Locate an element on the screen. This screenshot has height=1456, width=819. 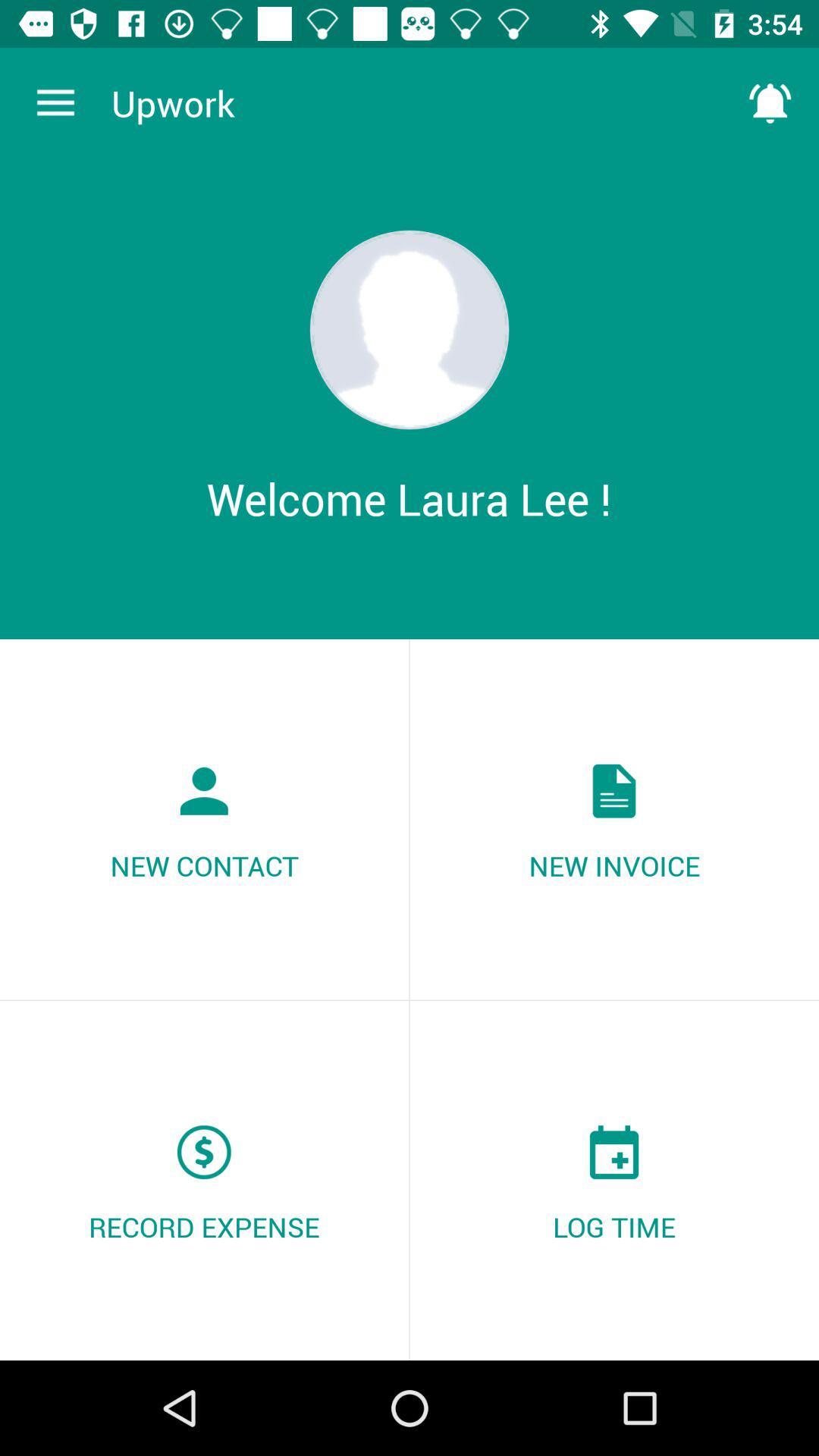
item to the left of the upwork item is located at coordinates (55, 102).